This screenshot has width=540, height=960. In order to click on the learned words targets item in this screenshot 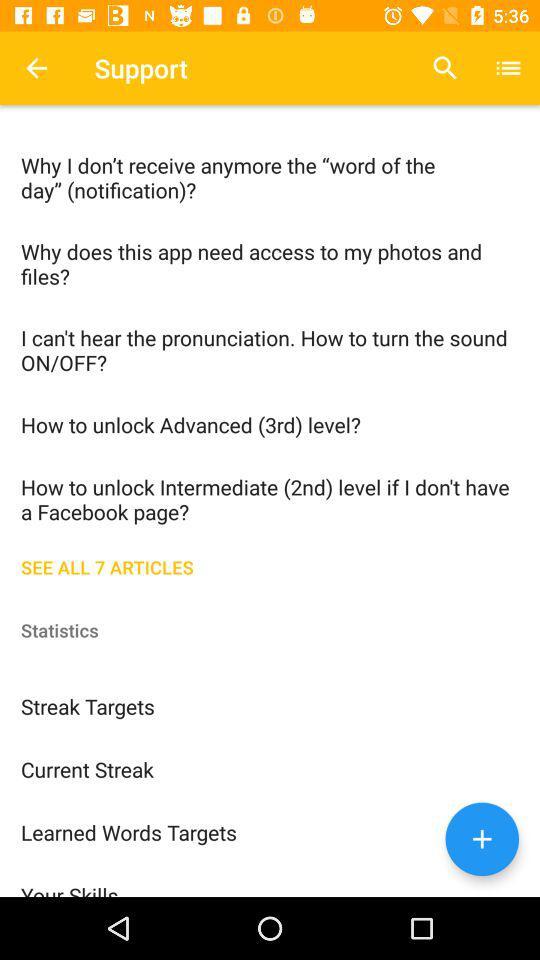, I will do `click(270, 831)`.